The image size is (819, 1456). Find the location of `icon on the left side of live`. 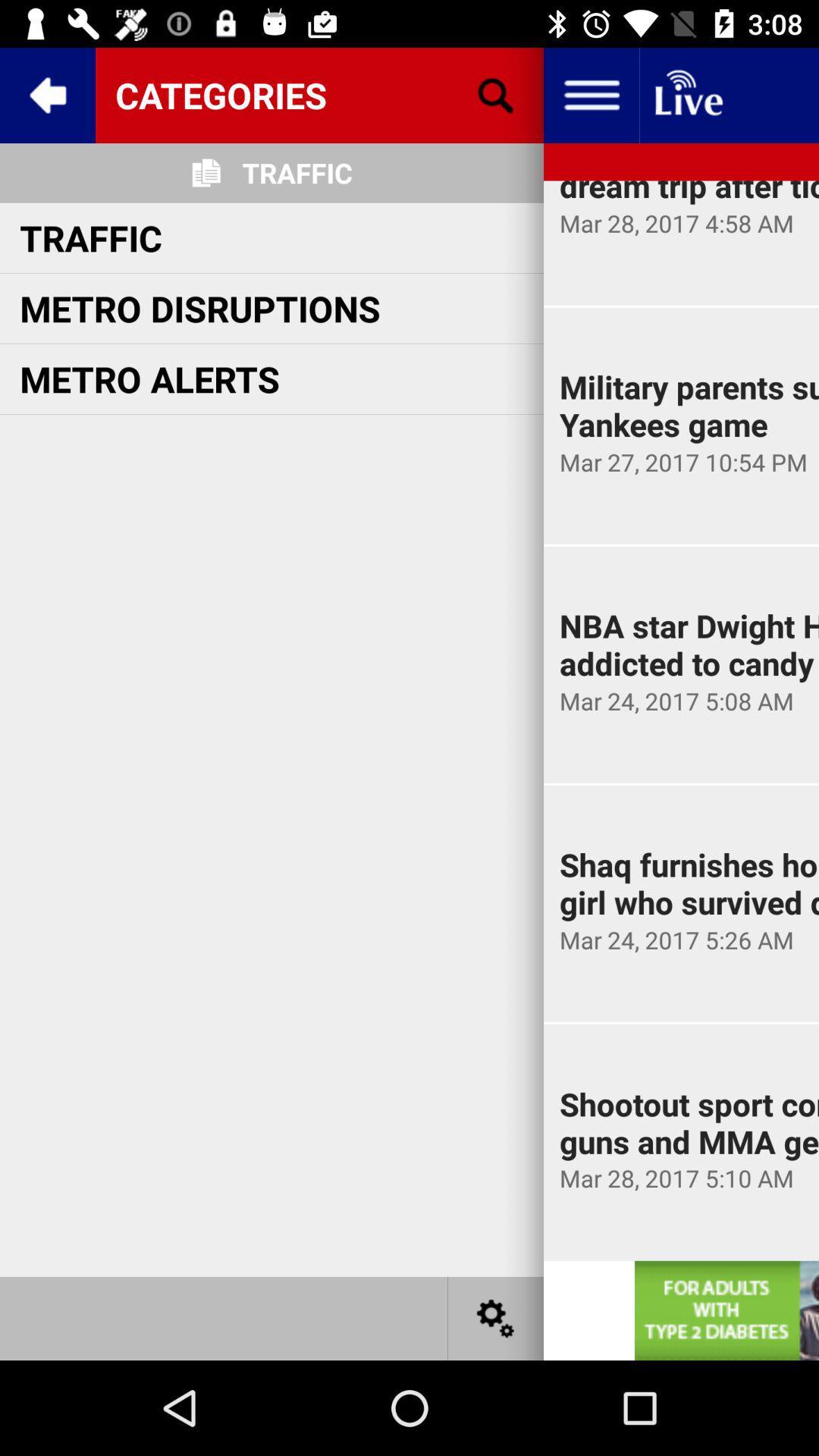

icon on the left side of live is located at coordinates (590, 94).